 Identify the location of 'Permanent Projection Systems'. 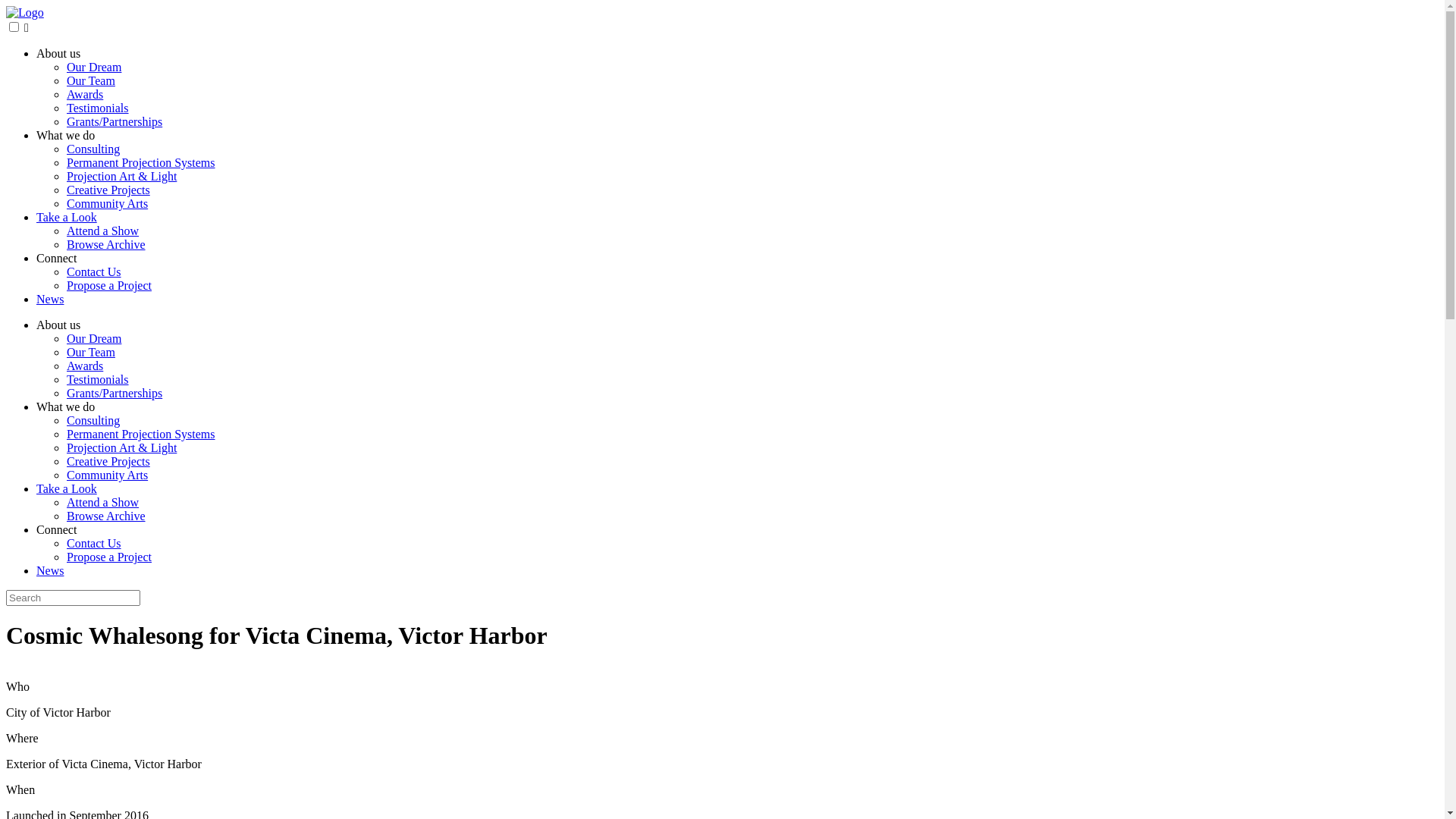
(141, 434).